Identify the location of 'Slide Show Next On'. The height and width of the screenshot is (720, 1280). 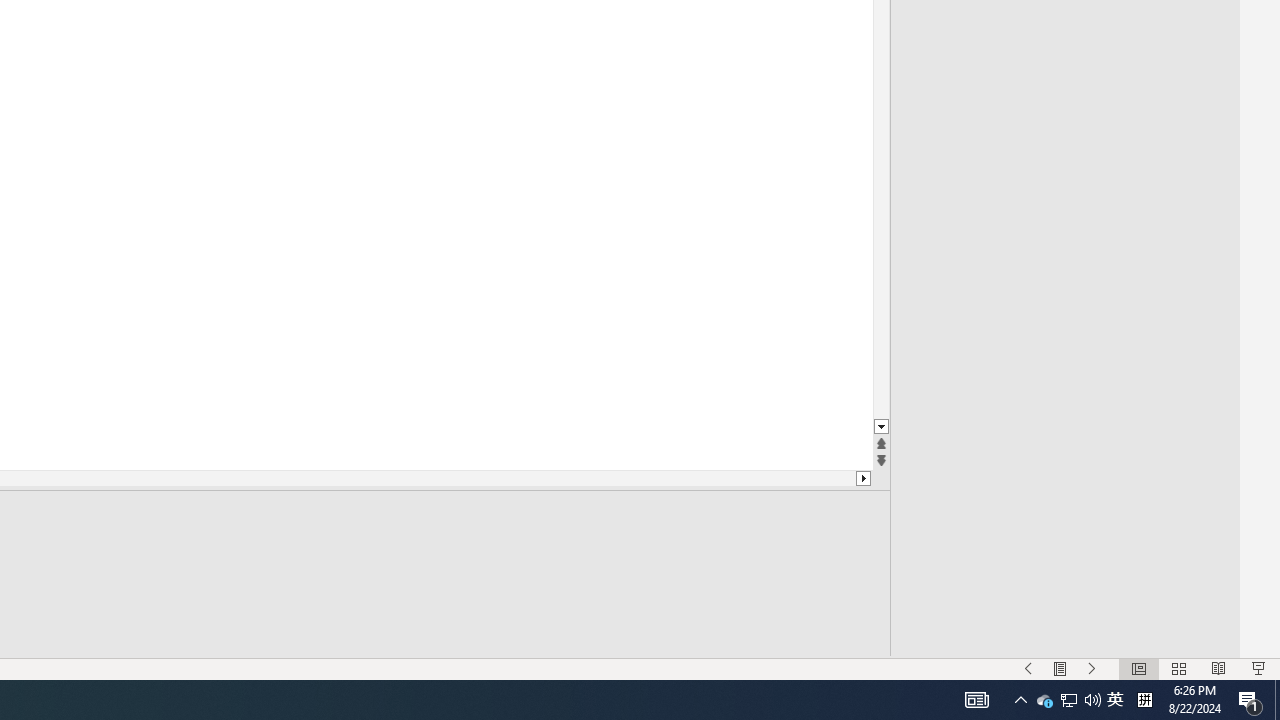
(1091, 669).